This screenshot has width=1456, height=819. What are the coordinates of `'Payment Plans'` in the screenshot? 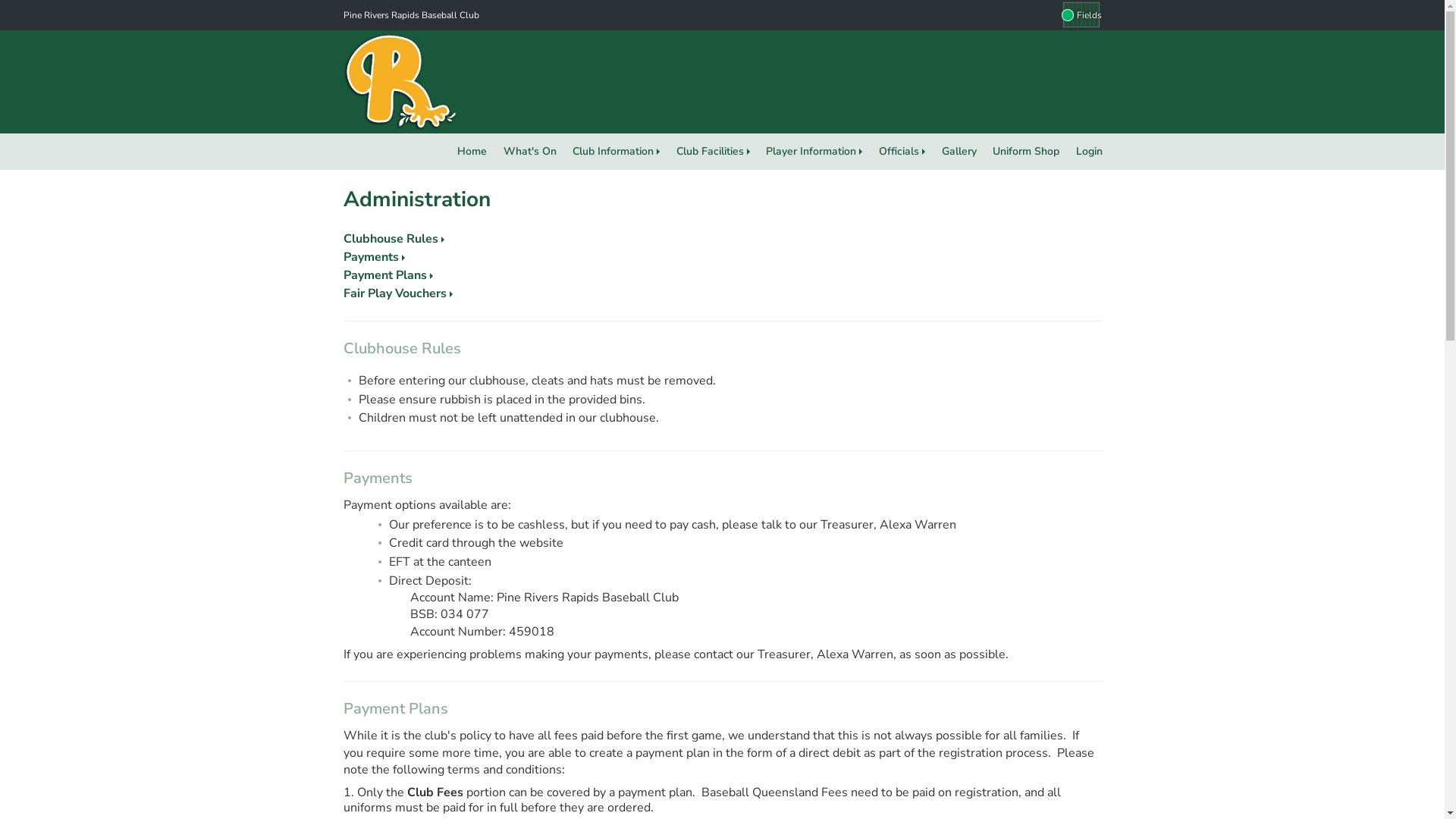 It's located at (387, 275).